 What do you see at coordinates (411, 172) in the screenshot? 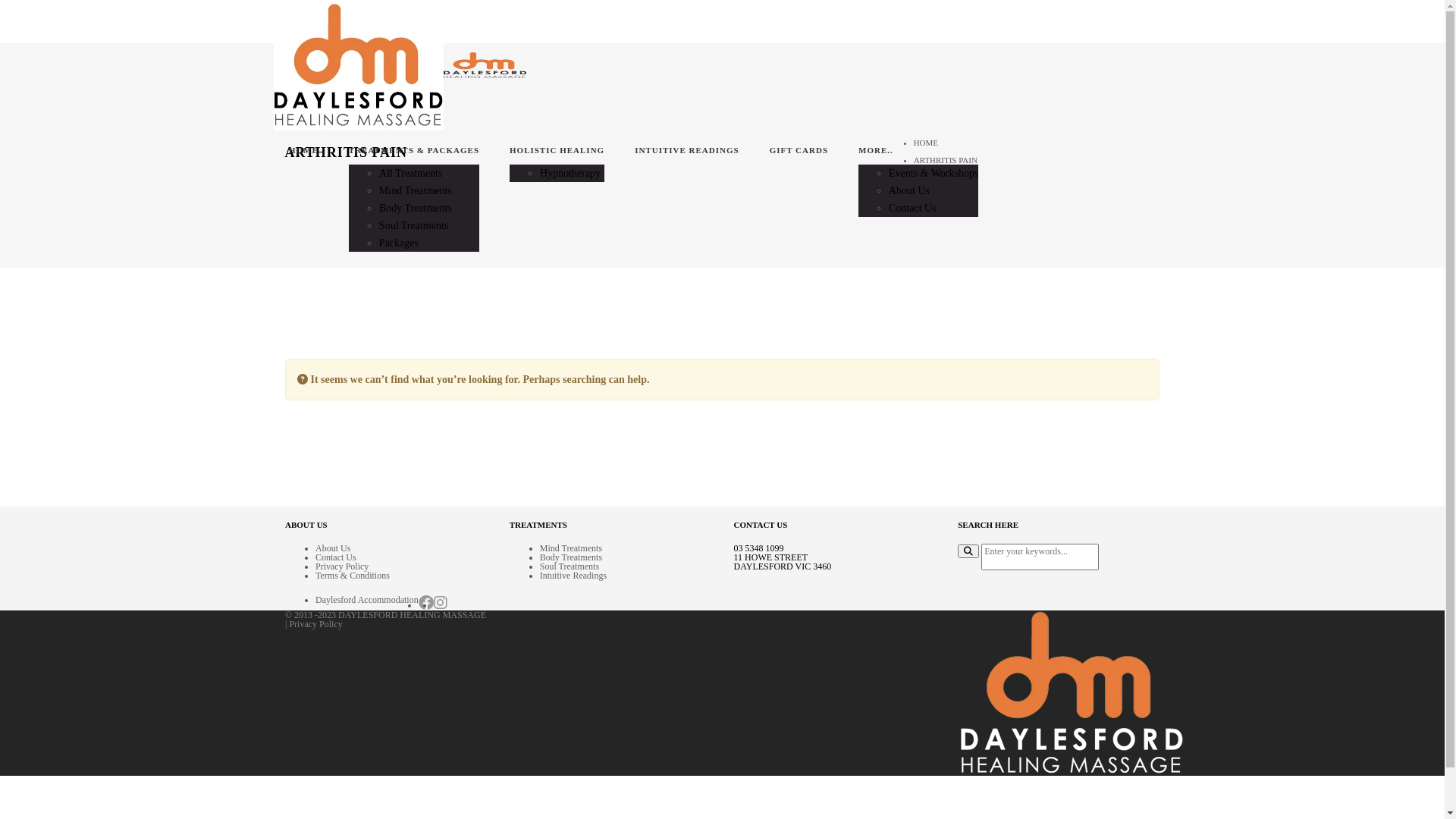
I see `'All Treatments'` at bounding box center [411, 172].